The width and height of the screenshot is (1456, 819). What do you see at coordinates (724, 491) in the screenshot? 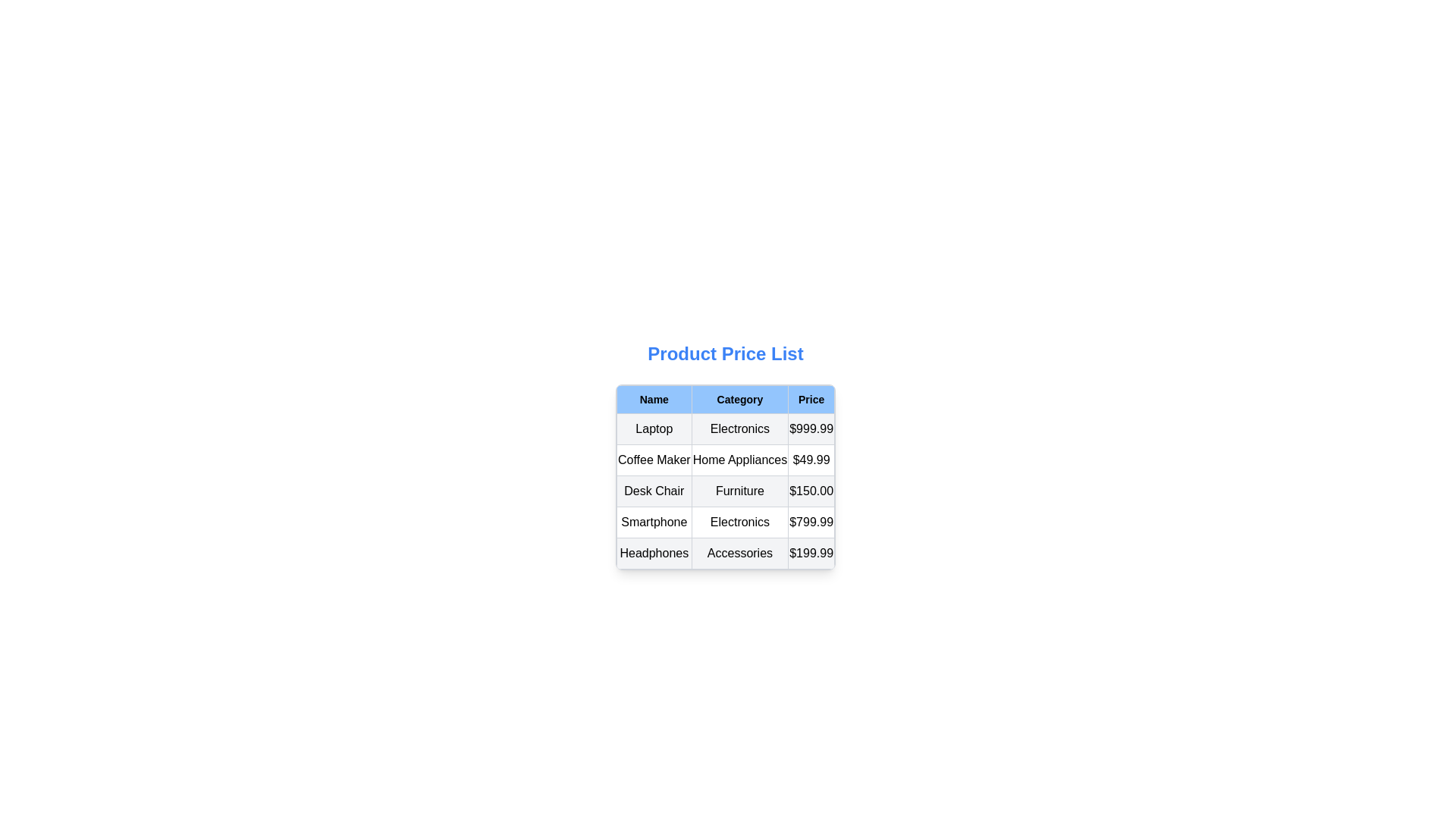
I see `the third row of the table displaying information about the 'Desk Chair' under 'Furniture' with a price of '$150.00'` at bounding box center [724, 491].